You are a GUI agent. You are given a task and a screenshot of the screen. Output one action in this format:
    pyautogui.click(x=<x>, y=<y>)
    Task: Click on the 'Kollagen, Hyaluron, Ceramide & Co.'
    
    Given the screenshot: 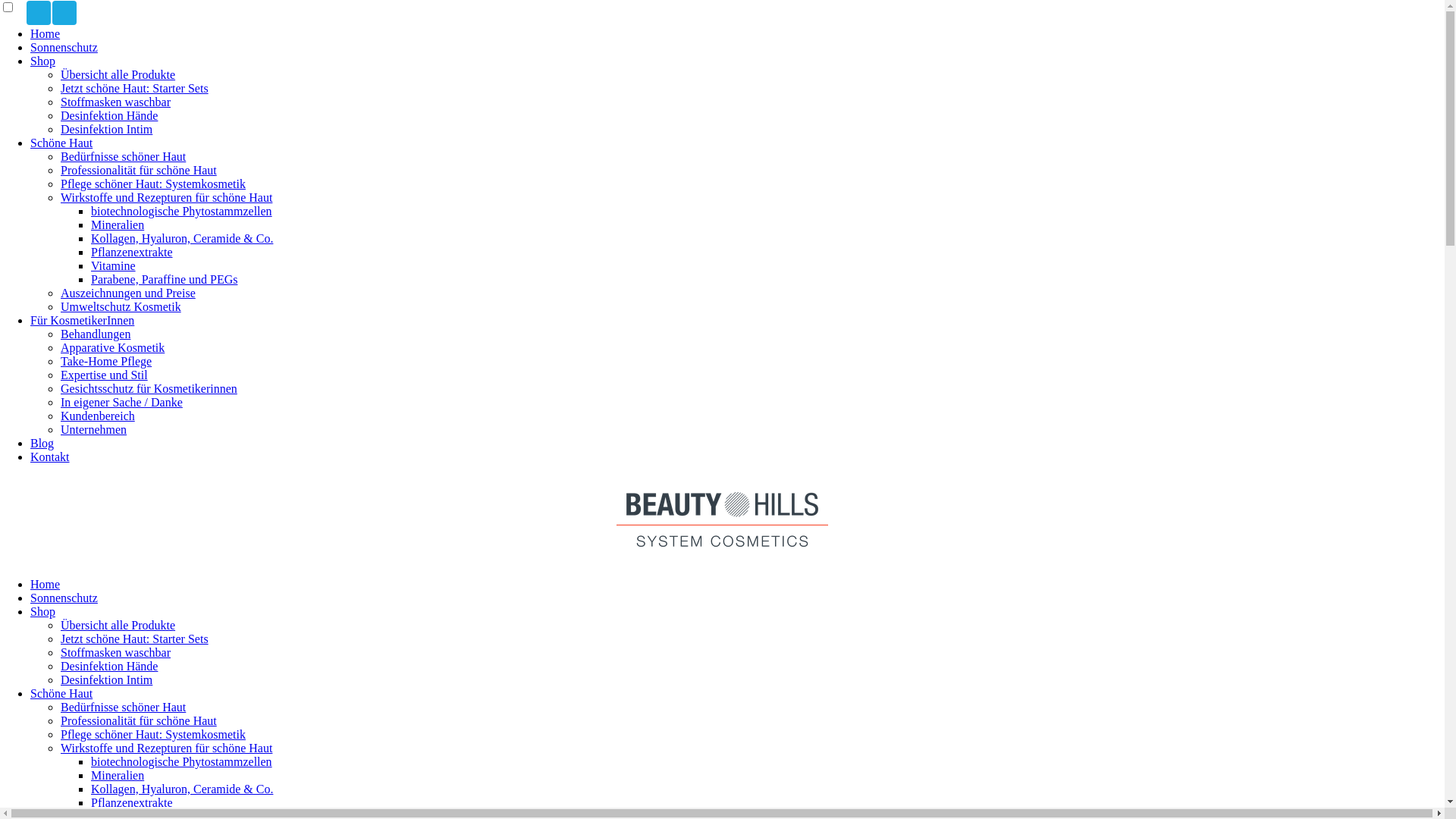 What is the action you would take?
    pyautogui.click(x=182, y=788)
    